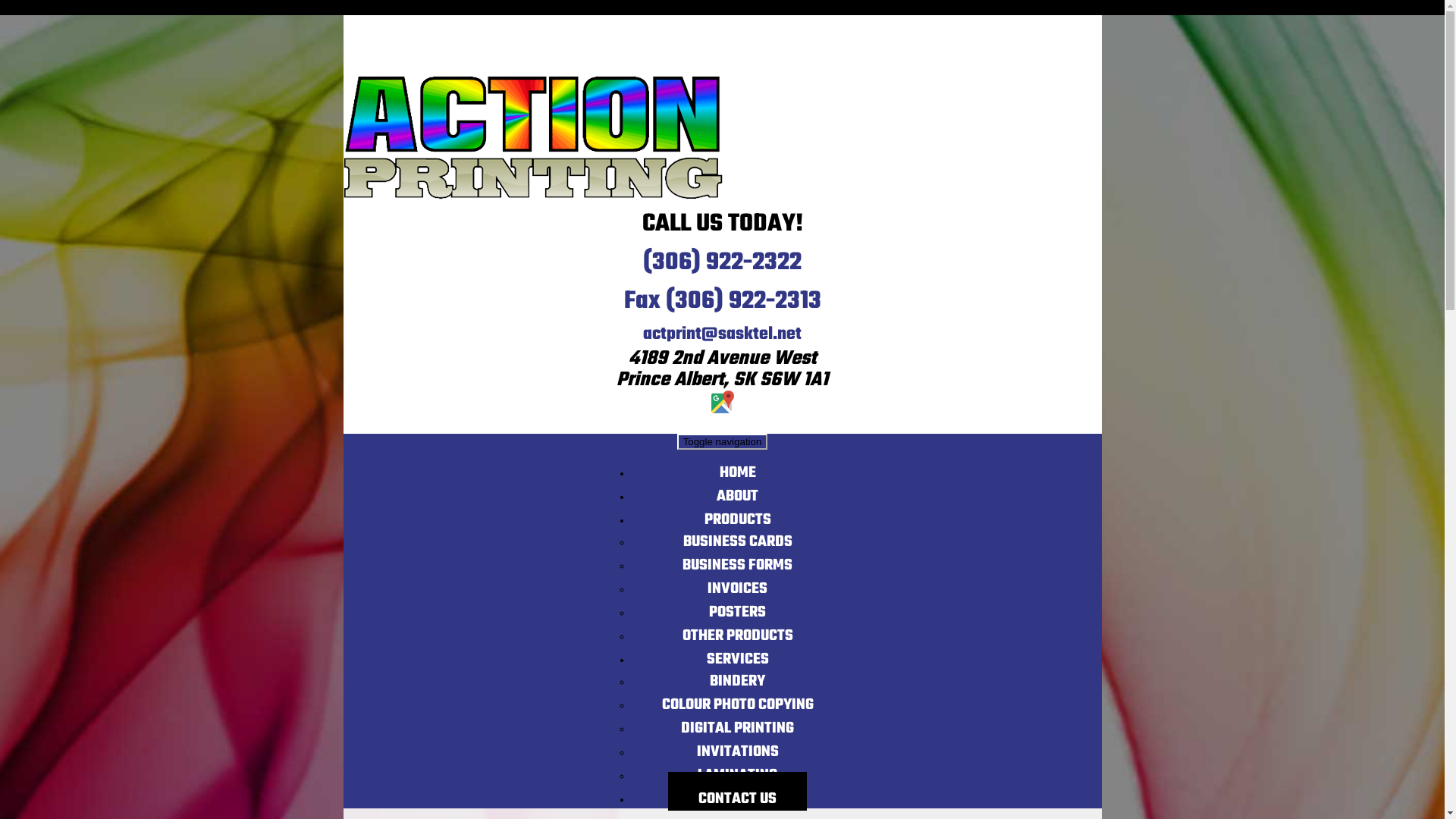  What do you see at coordinates (737, 673) in the screenshot?
I see `'BINDERY'` at bounding box center [737, 673].